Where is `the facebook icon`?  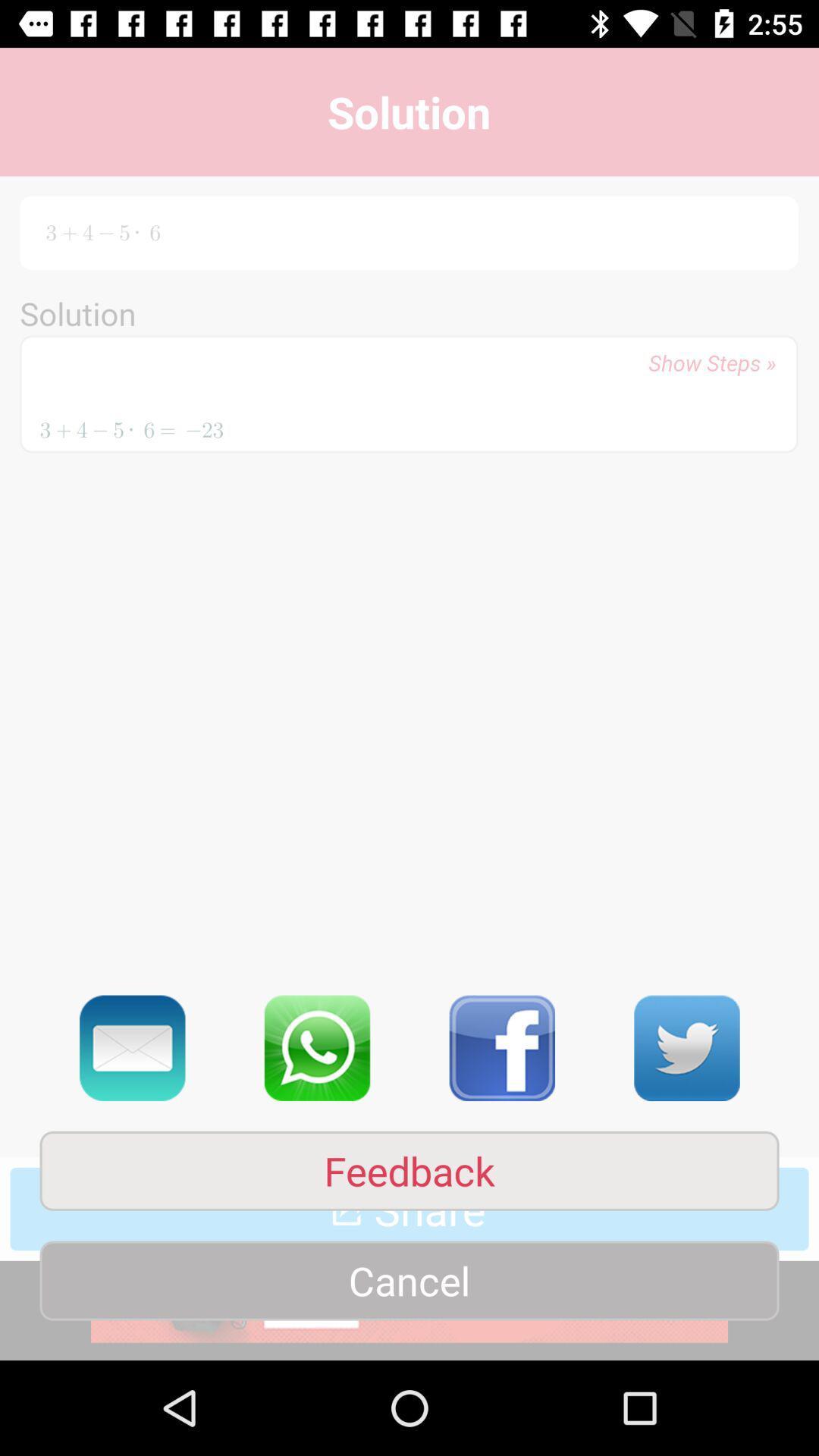
the facebook icon is located at coordinates (501, 1047).